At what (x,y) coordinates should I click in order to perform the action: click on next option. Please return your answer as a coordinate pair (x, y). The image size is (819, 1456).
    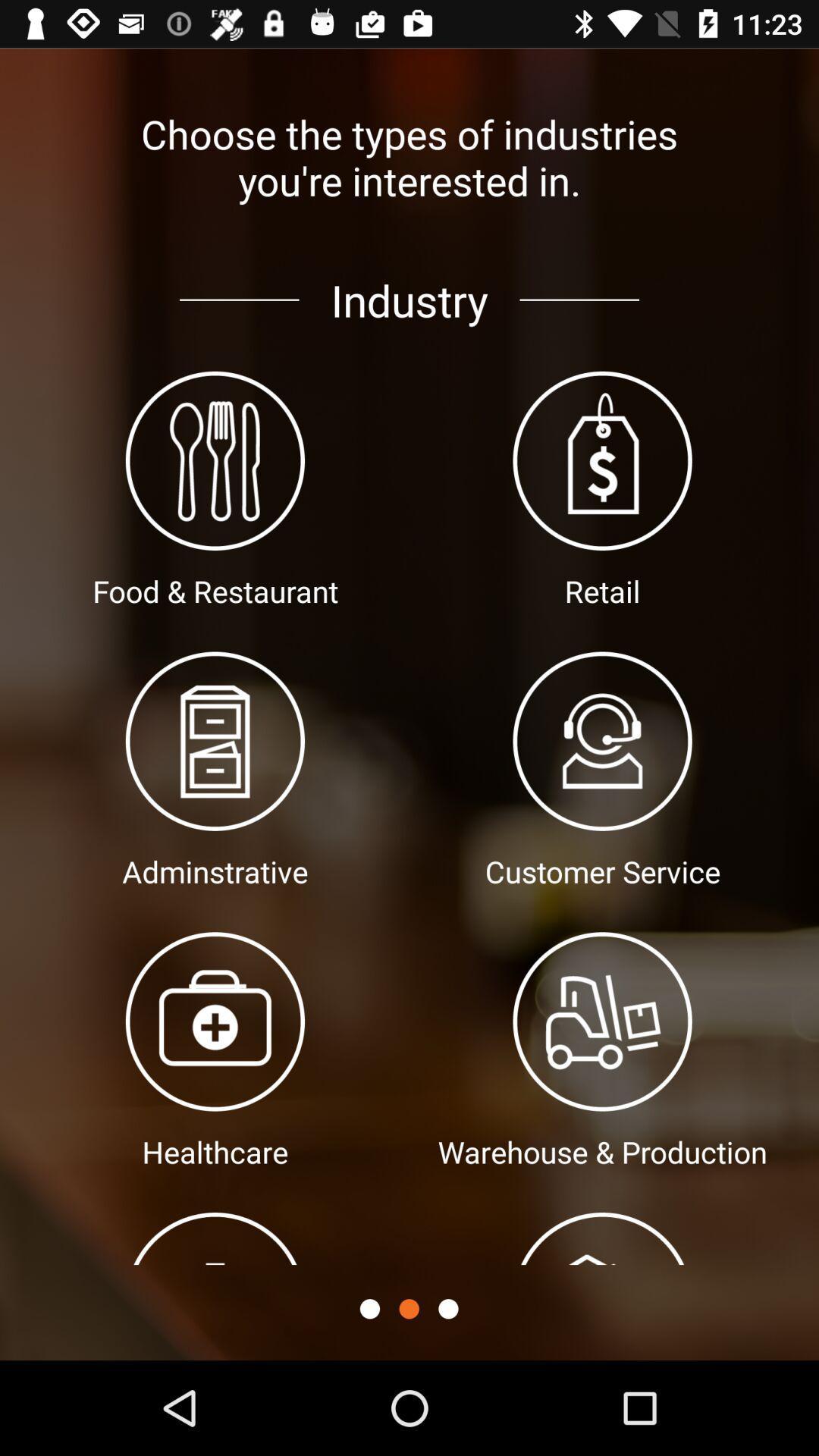
    Looking at the image, I should click on (447, 1308).